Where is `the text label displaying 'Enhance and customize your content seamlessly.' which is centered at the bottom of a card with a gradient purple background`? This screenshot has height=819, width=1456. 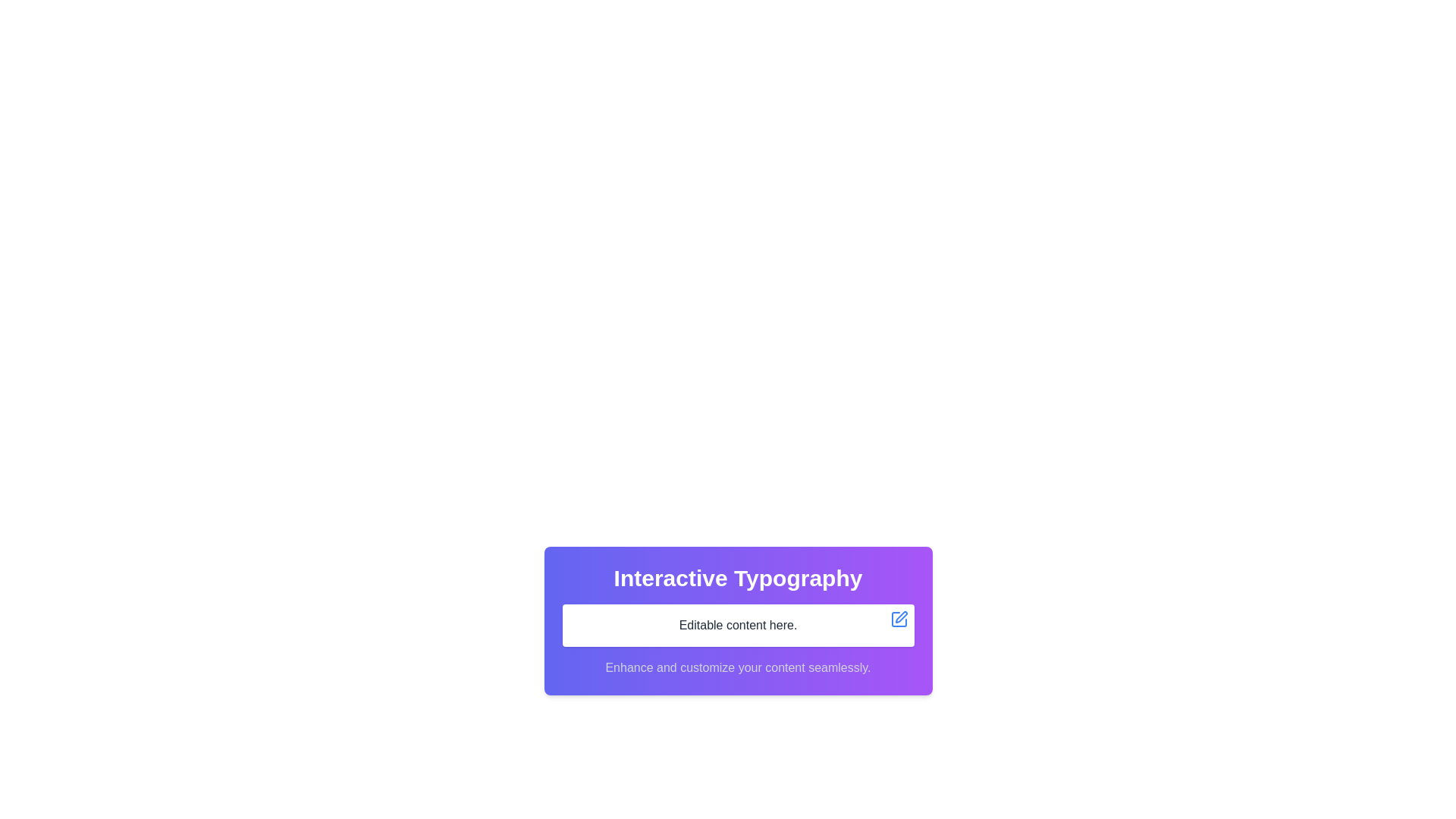 the text label displaying 'Enhance and customize your content seamlessly.' which is centered at the bottom of a card with a gradient purple background is located at coordinates (738, 667).